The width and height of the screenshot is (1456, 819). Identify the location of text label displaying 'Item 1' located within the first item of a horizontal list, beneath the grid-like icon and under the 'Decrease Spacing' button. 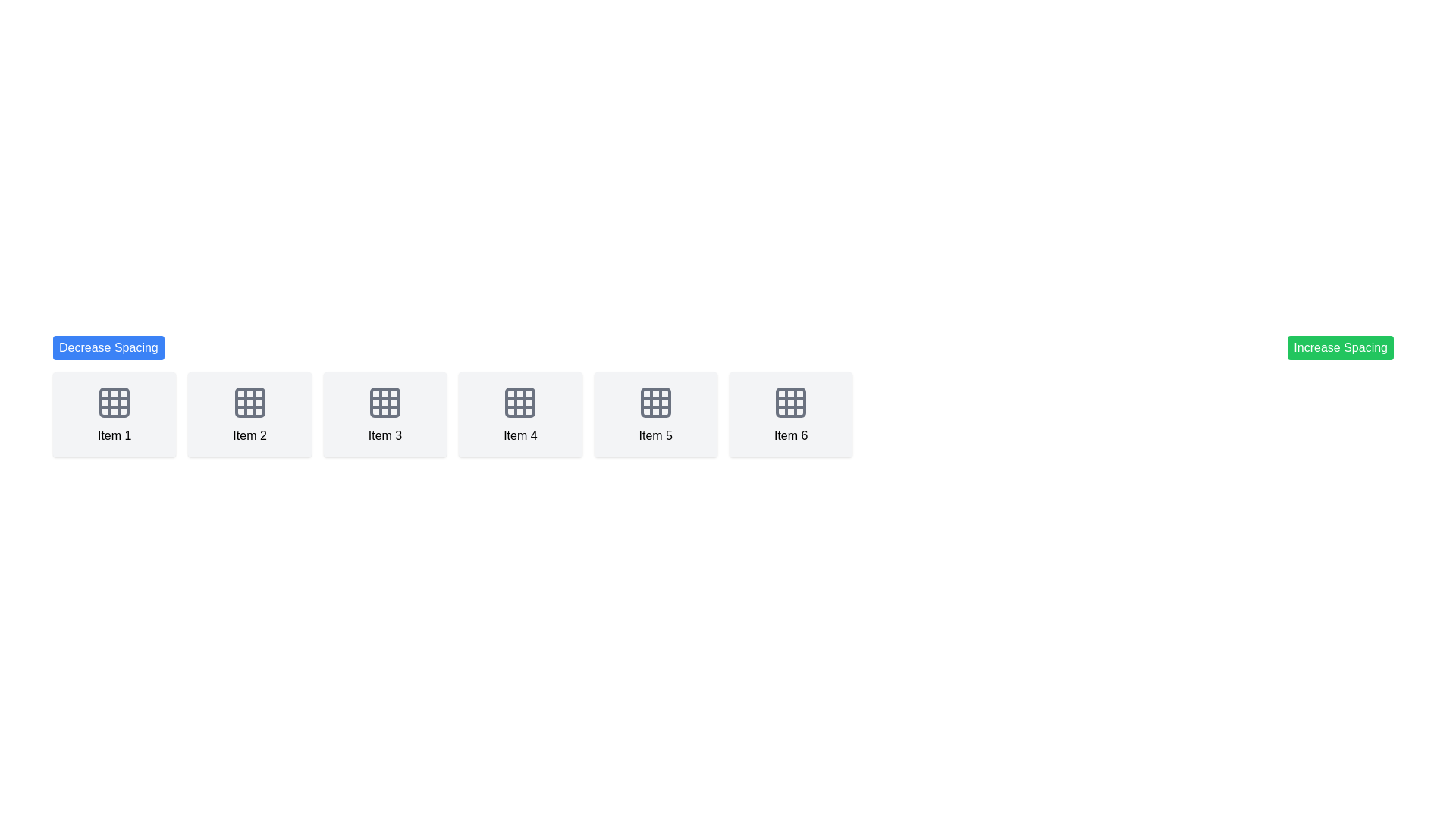
(114, 435).